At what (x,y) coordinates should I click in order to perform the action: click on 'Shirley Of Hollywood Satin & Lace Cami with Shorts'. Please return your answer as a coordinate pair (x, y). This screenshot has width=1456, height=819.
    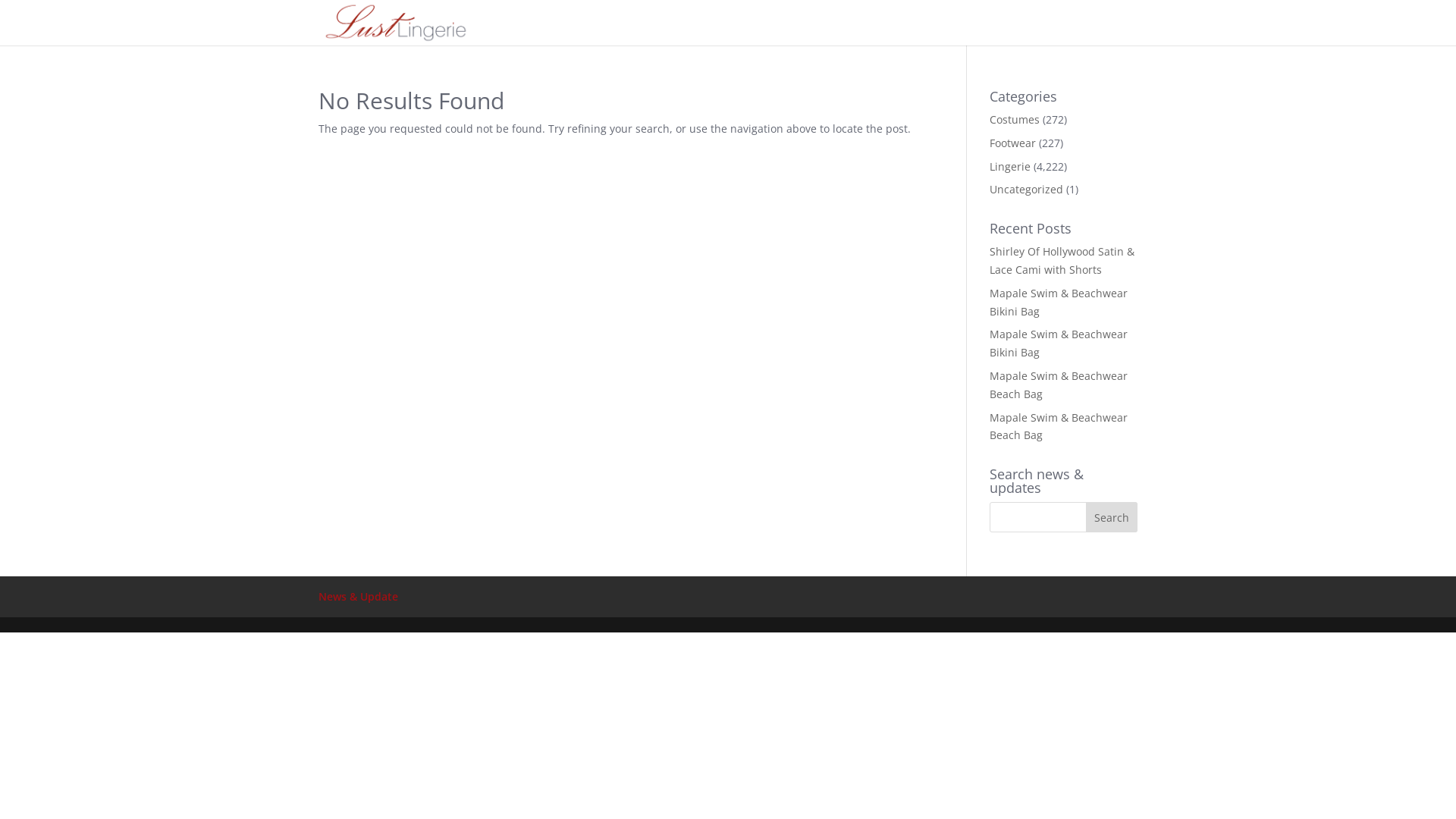
    Looking at the image, I should click on (1061, 259).